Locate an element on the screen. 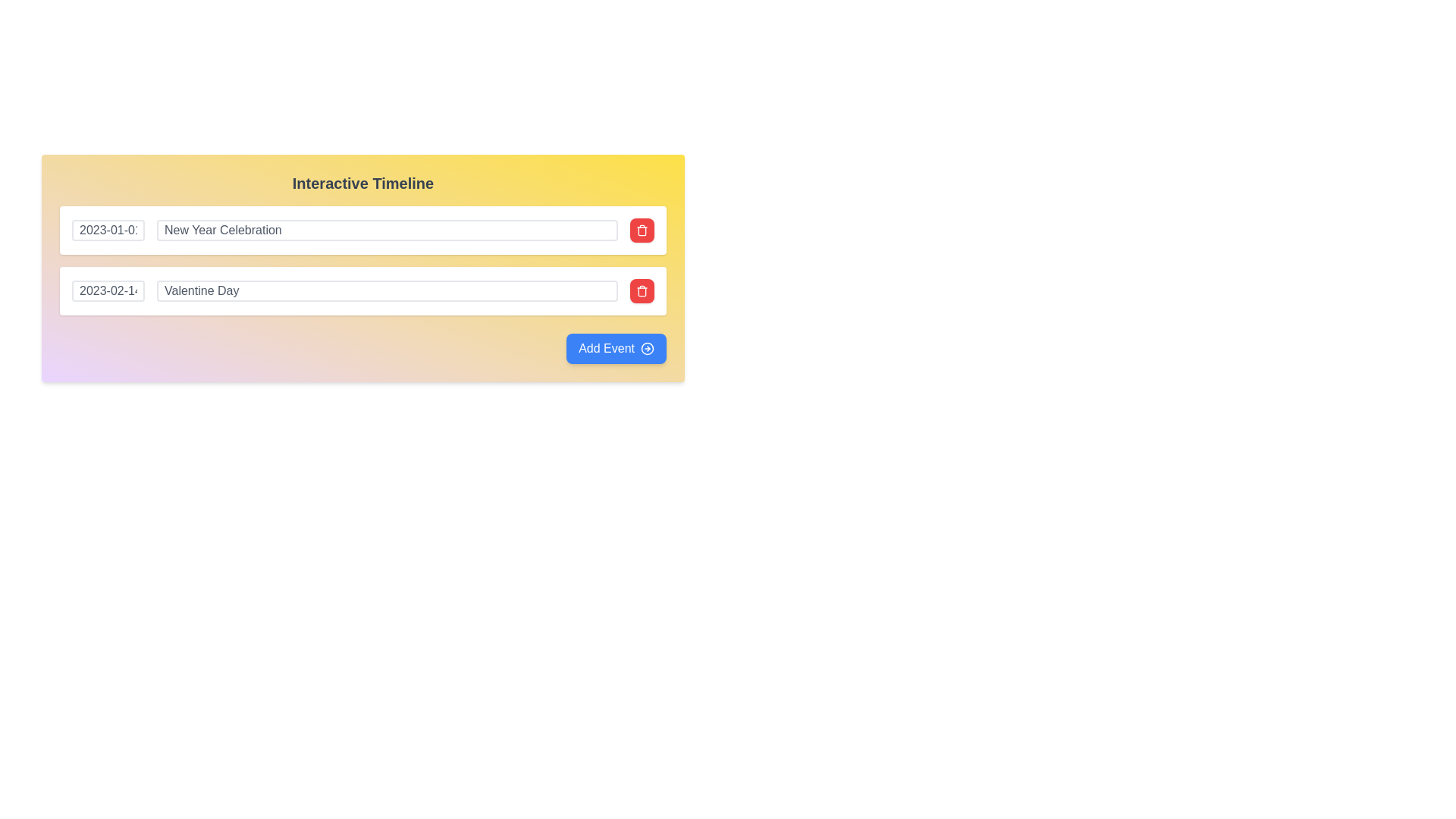 The width and height of the screenshot is (1456, 819). the Decorative icon located at the right end of the 'Add Event' button, which indicates navigation or confirmation functionality is located at coordinates (648, 348).